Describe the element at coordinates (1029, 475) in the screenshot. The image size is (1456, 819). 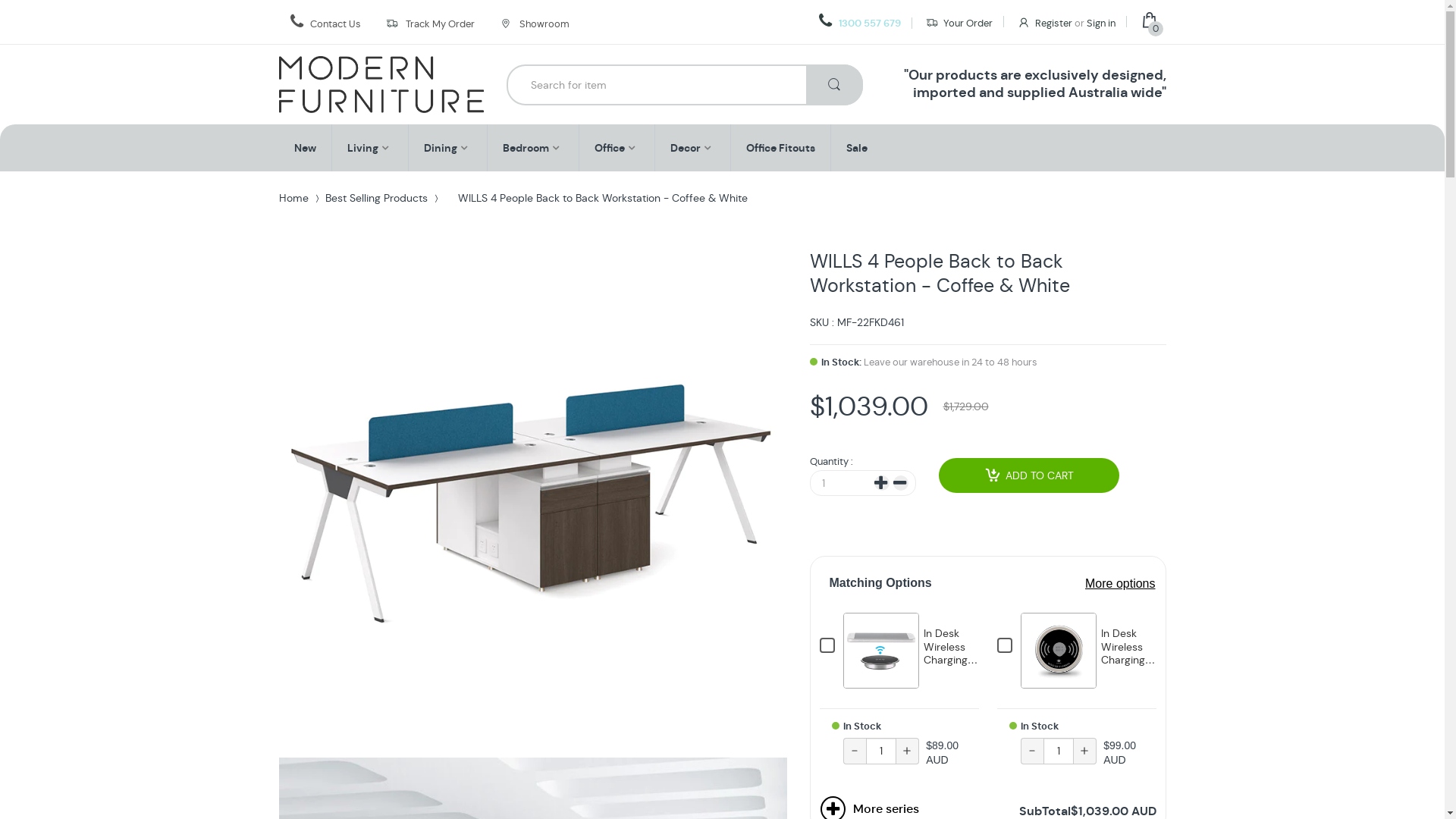
I see `'ADD TO CART'` at that location.